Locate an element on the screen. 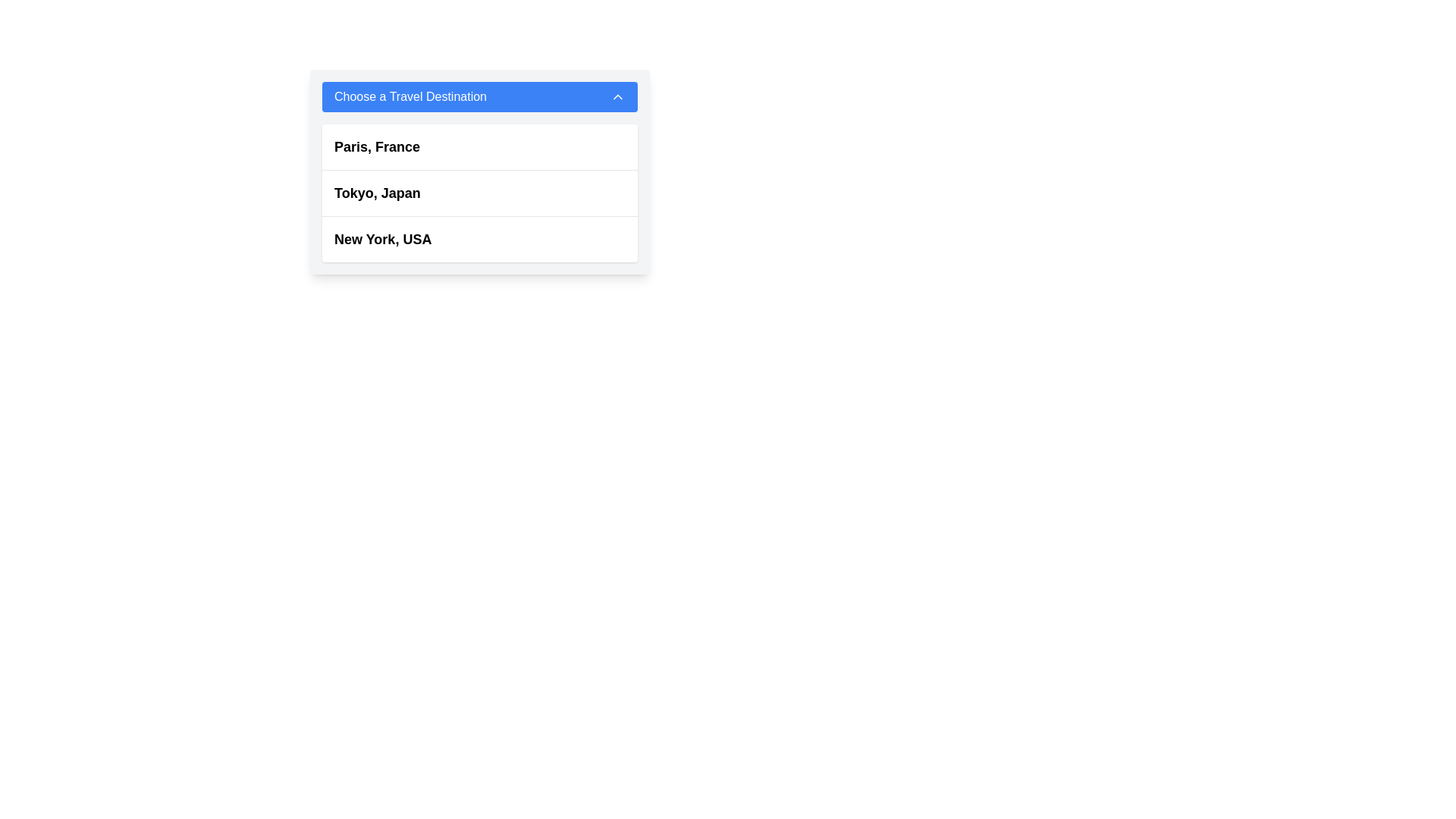 Image resolution: width=1456 pixels, height=819 pixels. the upward-pointing chevron icon located at the rightmost end of the 'Choose a Travel Destination' button is located at coordinates (618, 96).